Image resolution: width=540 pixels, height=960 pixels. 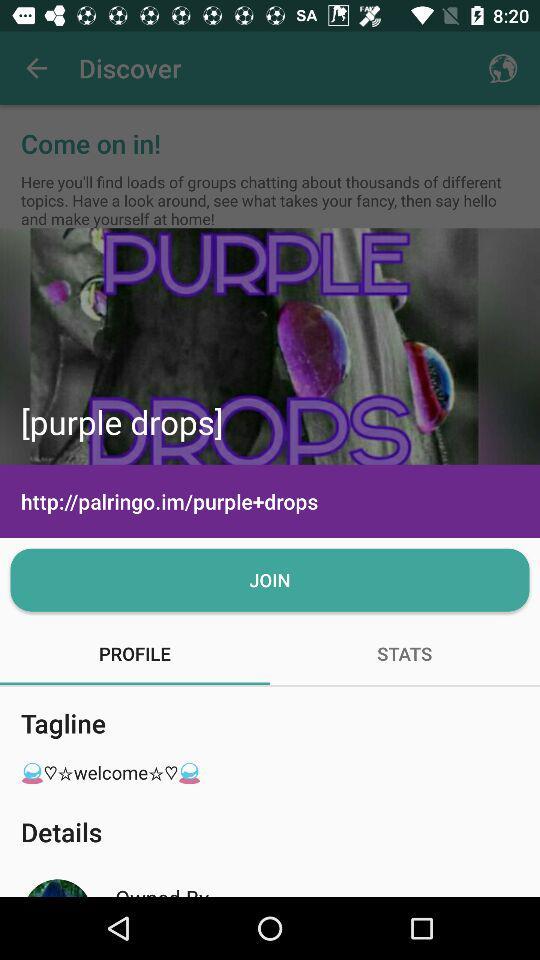 I want to click on icon above the http palringo im icon, so click(x=270, y=346).